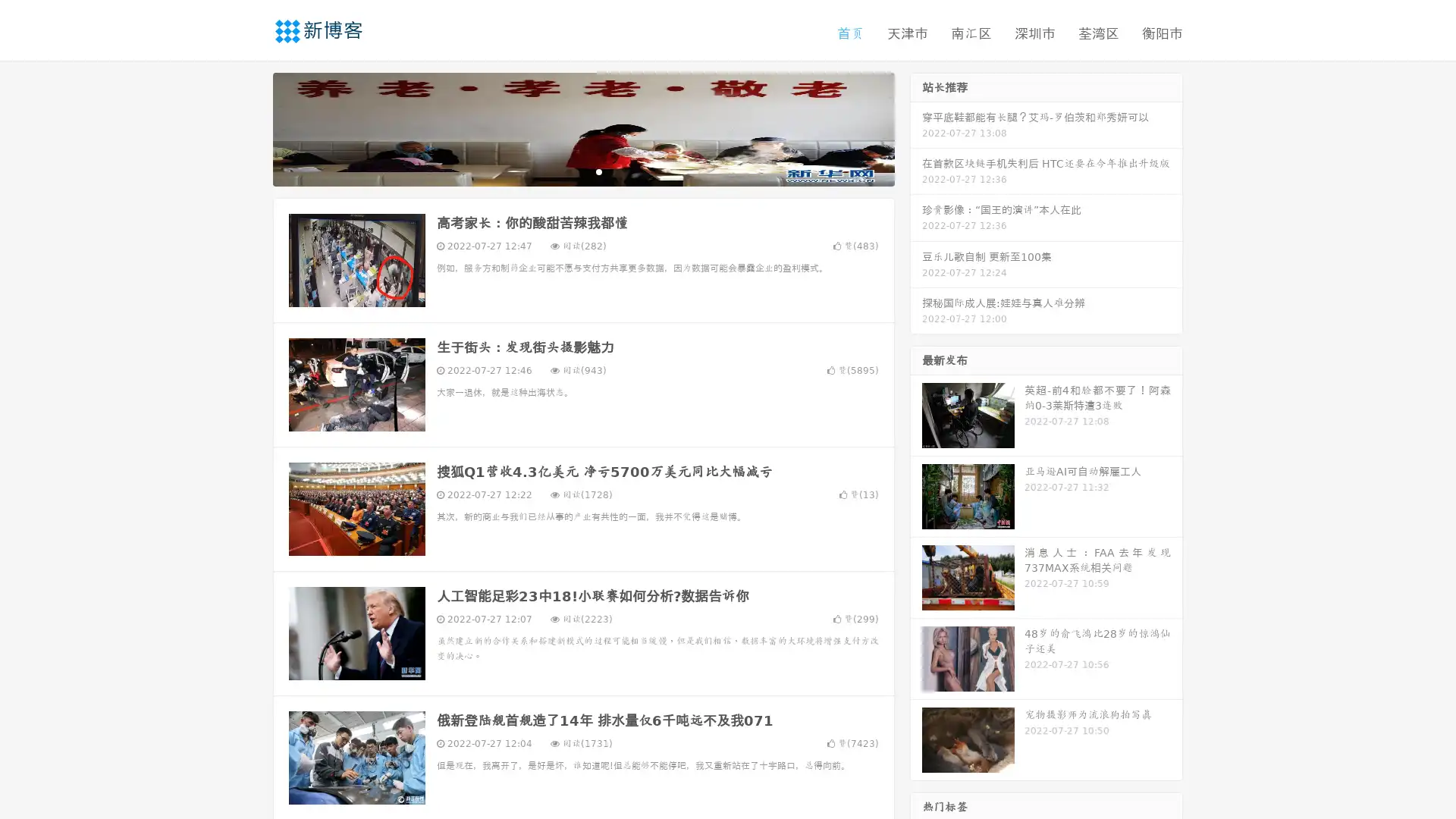  What do you see at coordinates (916, 127) in the screenshot?
I see `Next slide` at bounding box center [916, 127].